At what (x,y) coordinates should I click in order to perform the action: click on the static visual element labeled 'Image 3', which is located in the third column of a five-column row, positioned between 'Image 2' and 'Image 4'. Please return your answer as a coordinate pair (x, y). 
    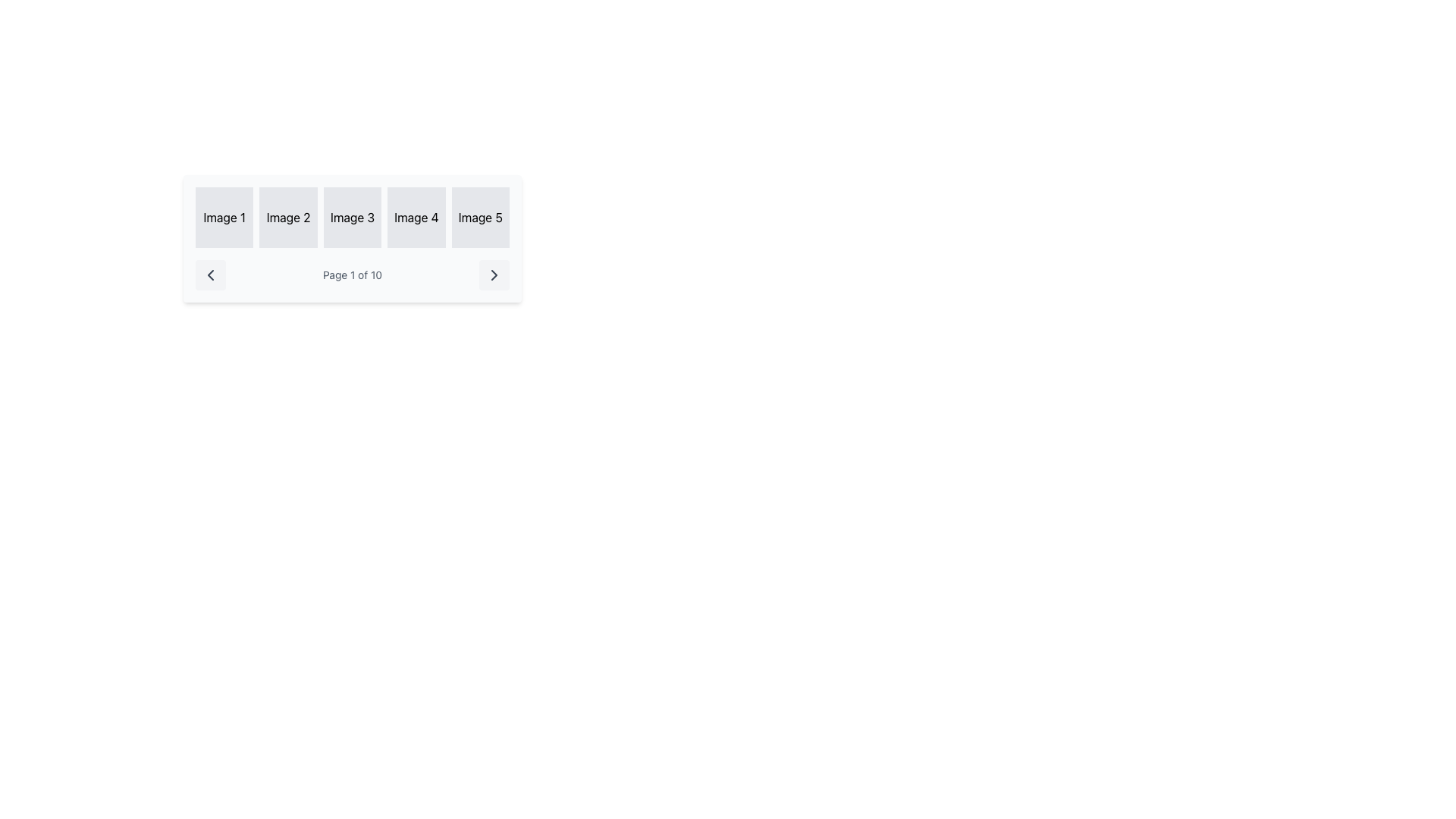
    Looking at the image, I should click on (352, 217).